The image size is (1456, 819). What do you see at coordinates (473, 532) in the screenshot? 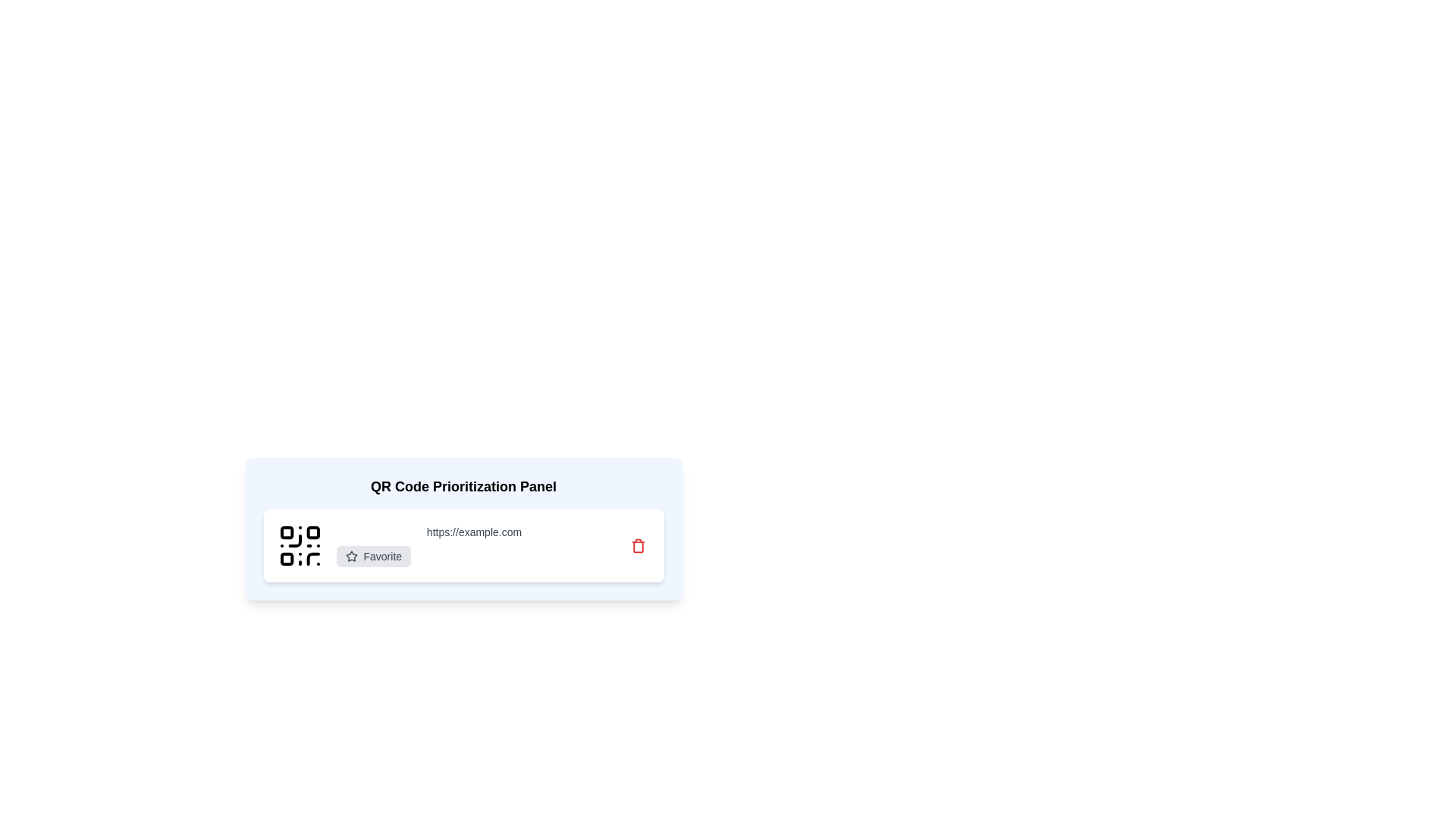
I see `the hyperlink text link element that provides users with the ability to view or interact with the URL information, located to the right of a QR code icon and above a 'Favorite' button` at bounding box center [473, 532].